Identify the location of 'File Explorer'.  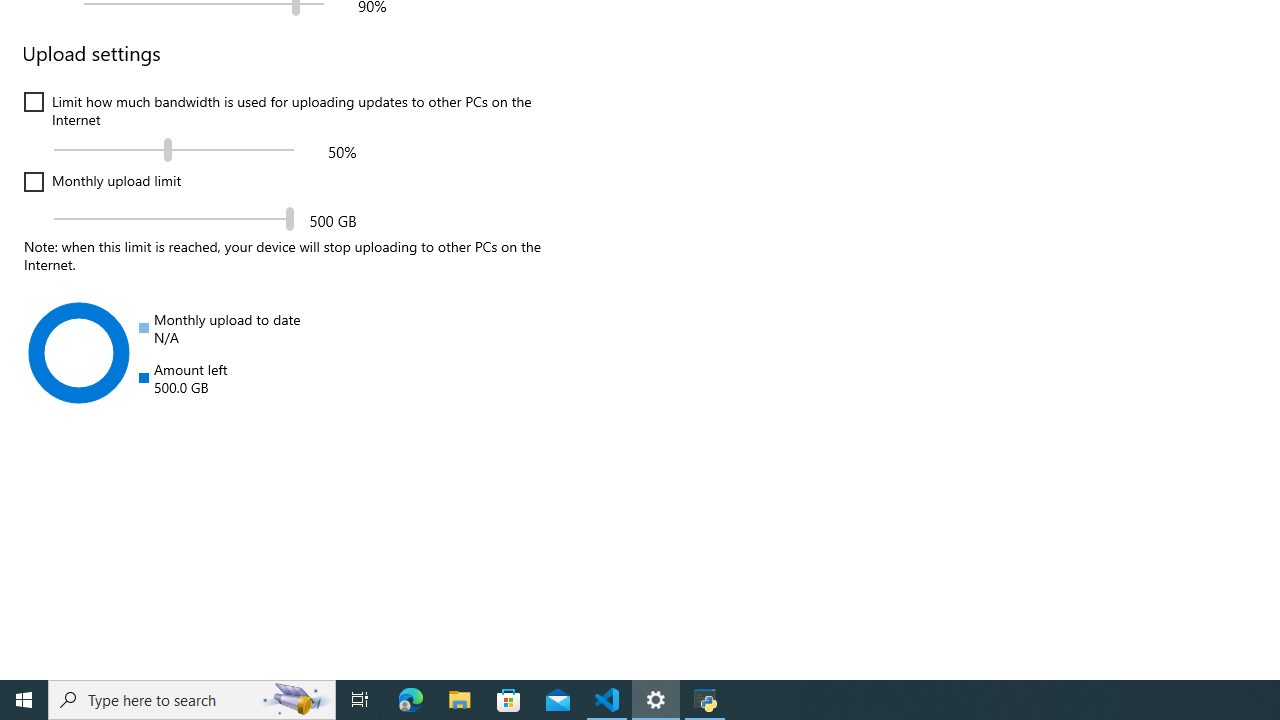
(459, 698).